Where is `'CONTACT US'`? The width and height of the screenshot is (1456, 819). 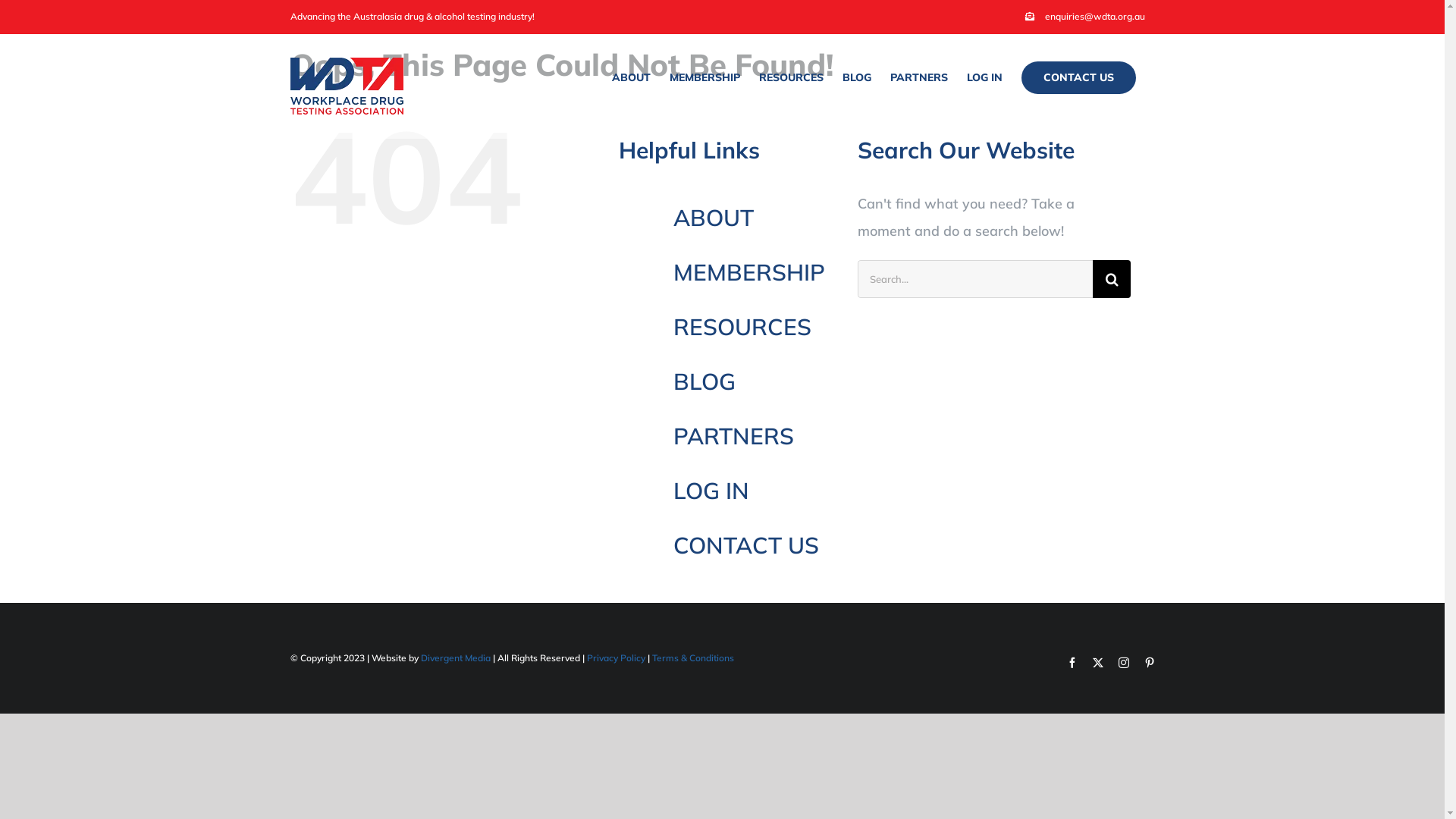
'CONTACT US' is located at coordinates (745, 544).